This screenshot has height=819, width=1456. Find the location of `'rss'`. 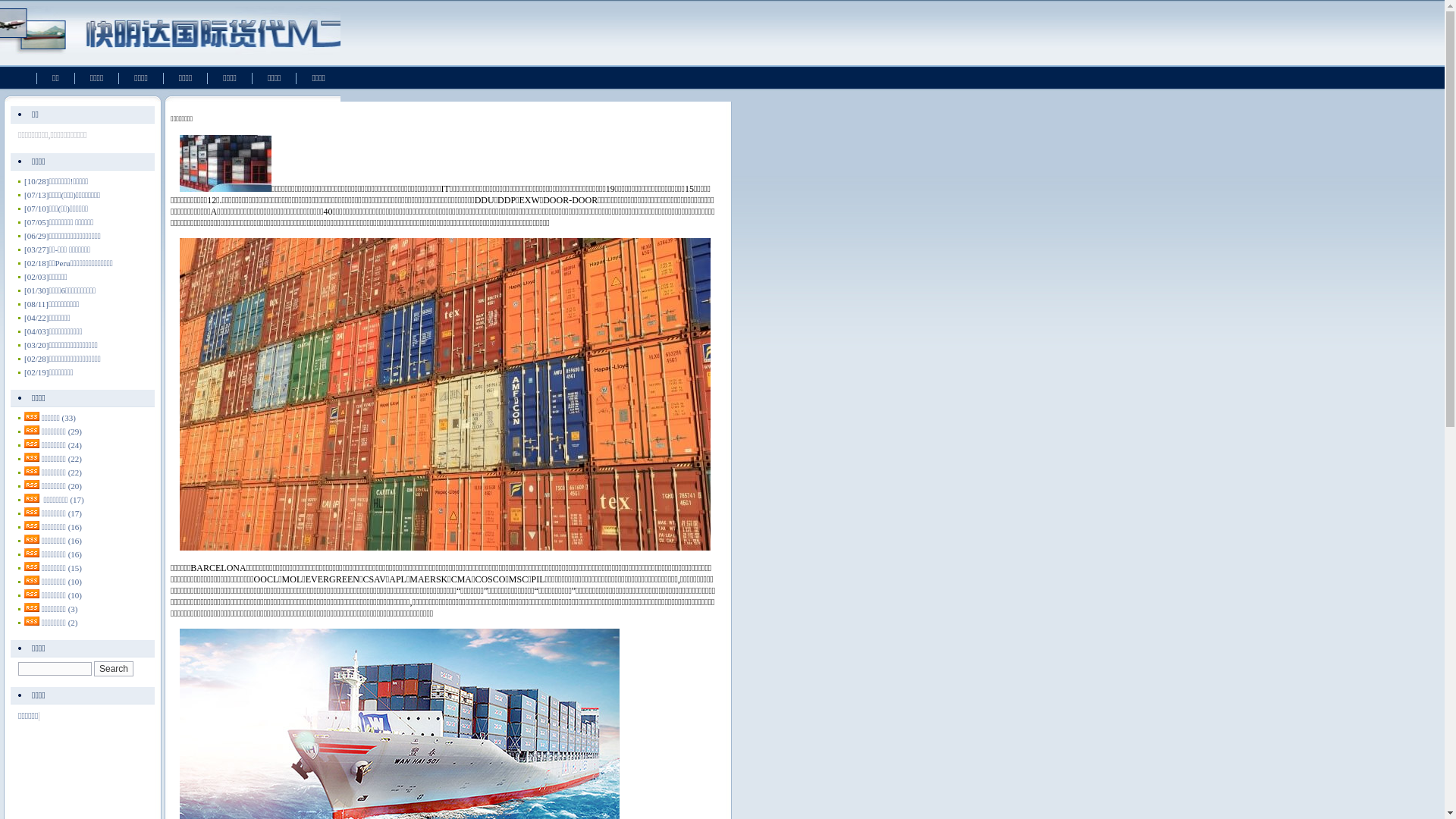

'rss' is located at coordinates (32, 579).